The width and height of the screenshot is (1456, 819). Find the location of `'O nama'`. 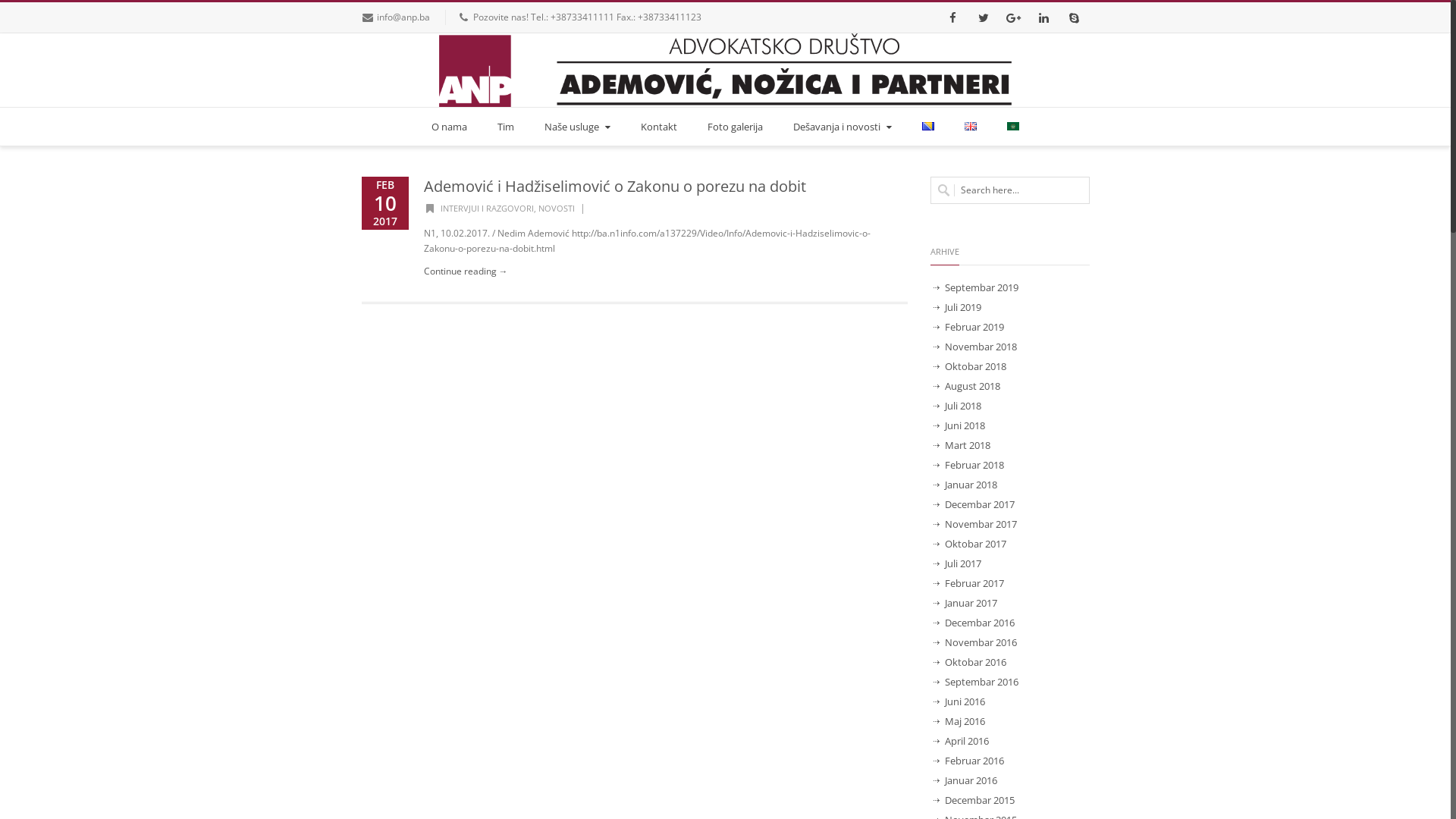

'O nama' is located at coordinates (448, 125).